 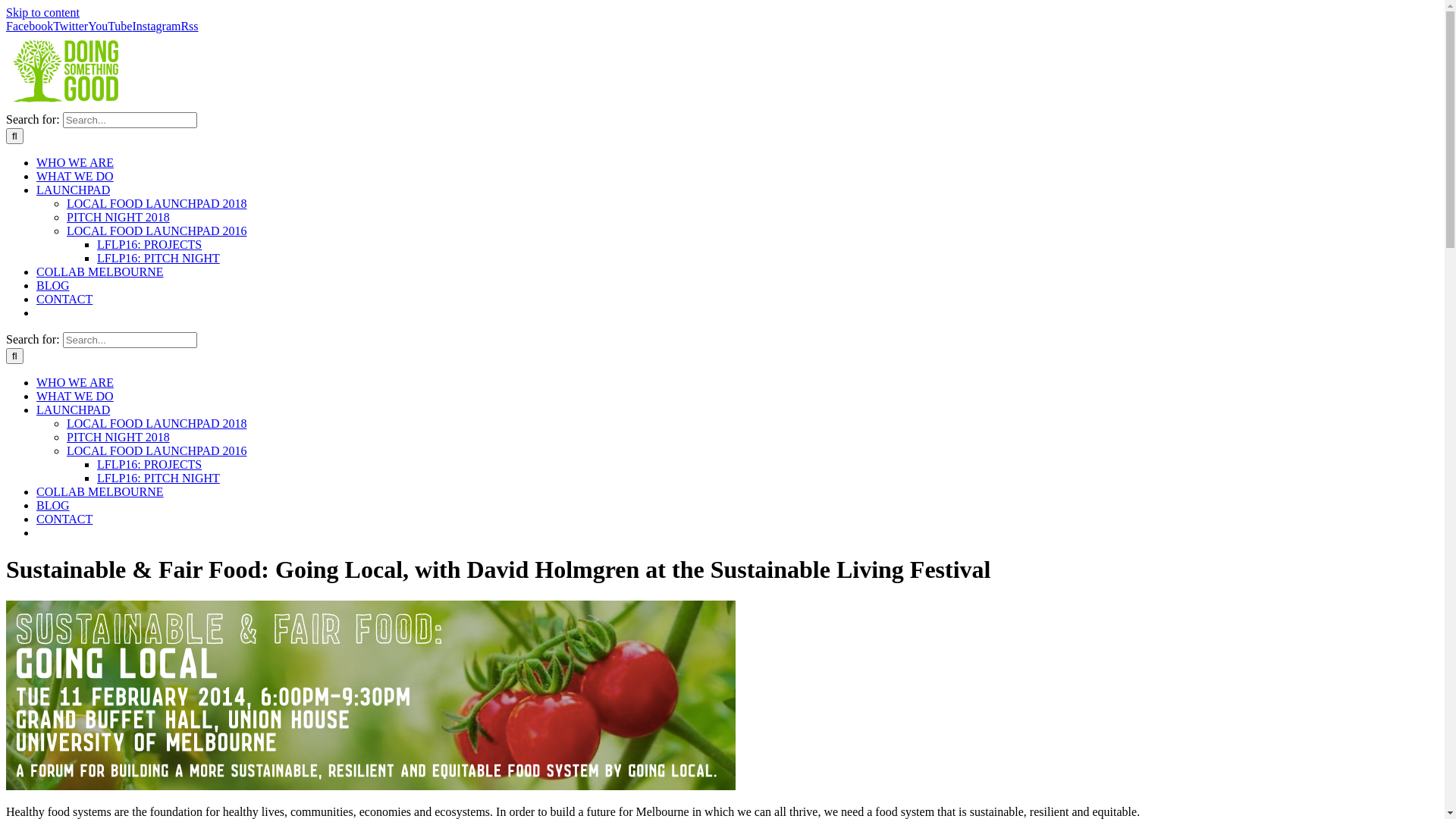 What do you see at coordinates (53, 505) in the screenshot?
I see `'BLOG'` at bounding box center [53, 505].